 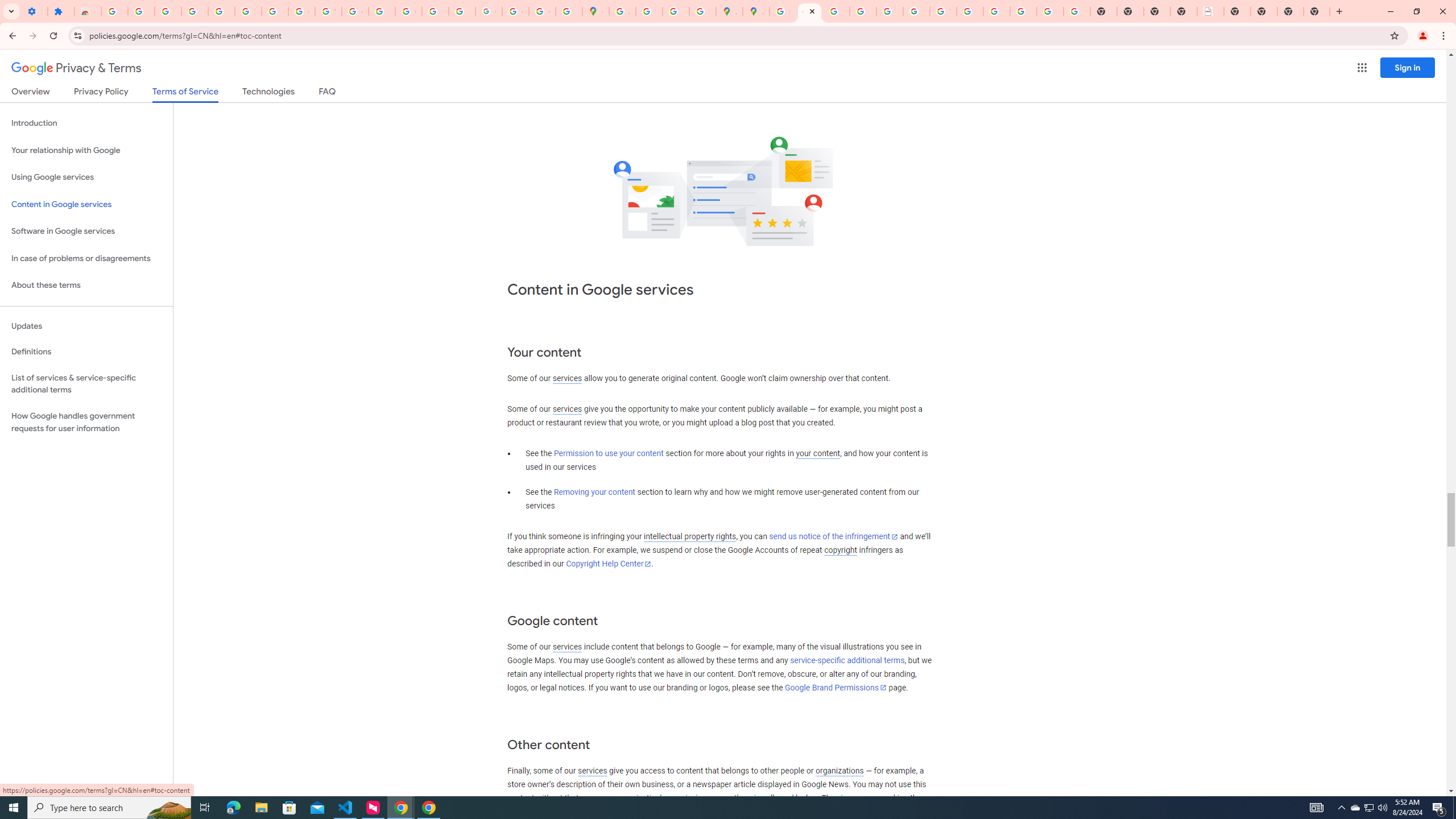 I want to click on 'Software in Google services', so click(x=86, y=230).